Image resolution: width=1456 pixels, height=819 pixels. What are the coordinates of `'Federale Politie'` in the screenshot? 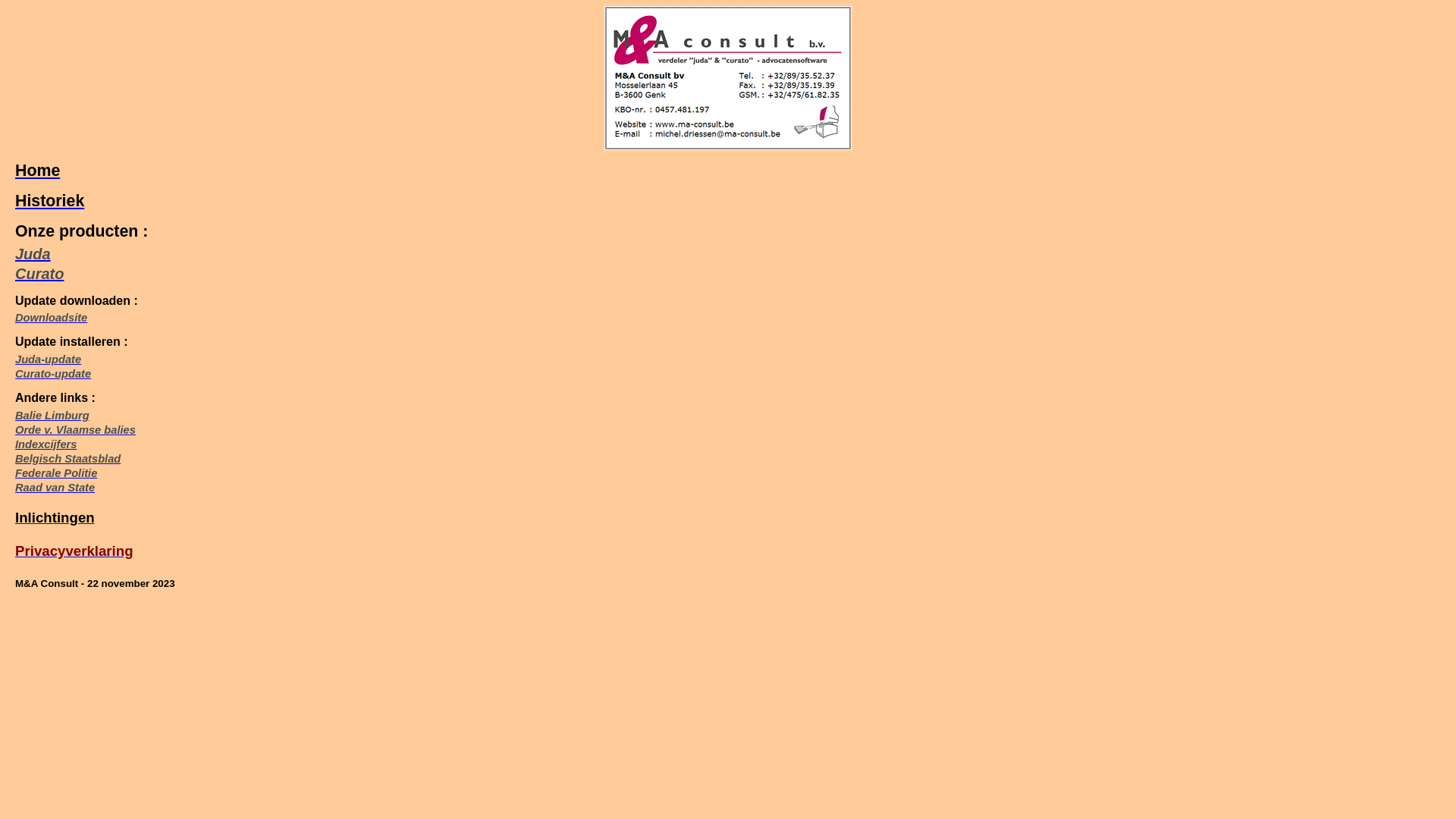 It's located at (55, 472).